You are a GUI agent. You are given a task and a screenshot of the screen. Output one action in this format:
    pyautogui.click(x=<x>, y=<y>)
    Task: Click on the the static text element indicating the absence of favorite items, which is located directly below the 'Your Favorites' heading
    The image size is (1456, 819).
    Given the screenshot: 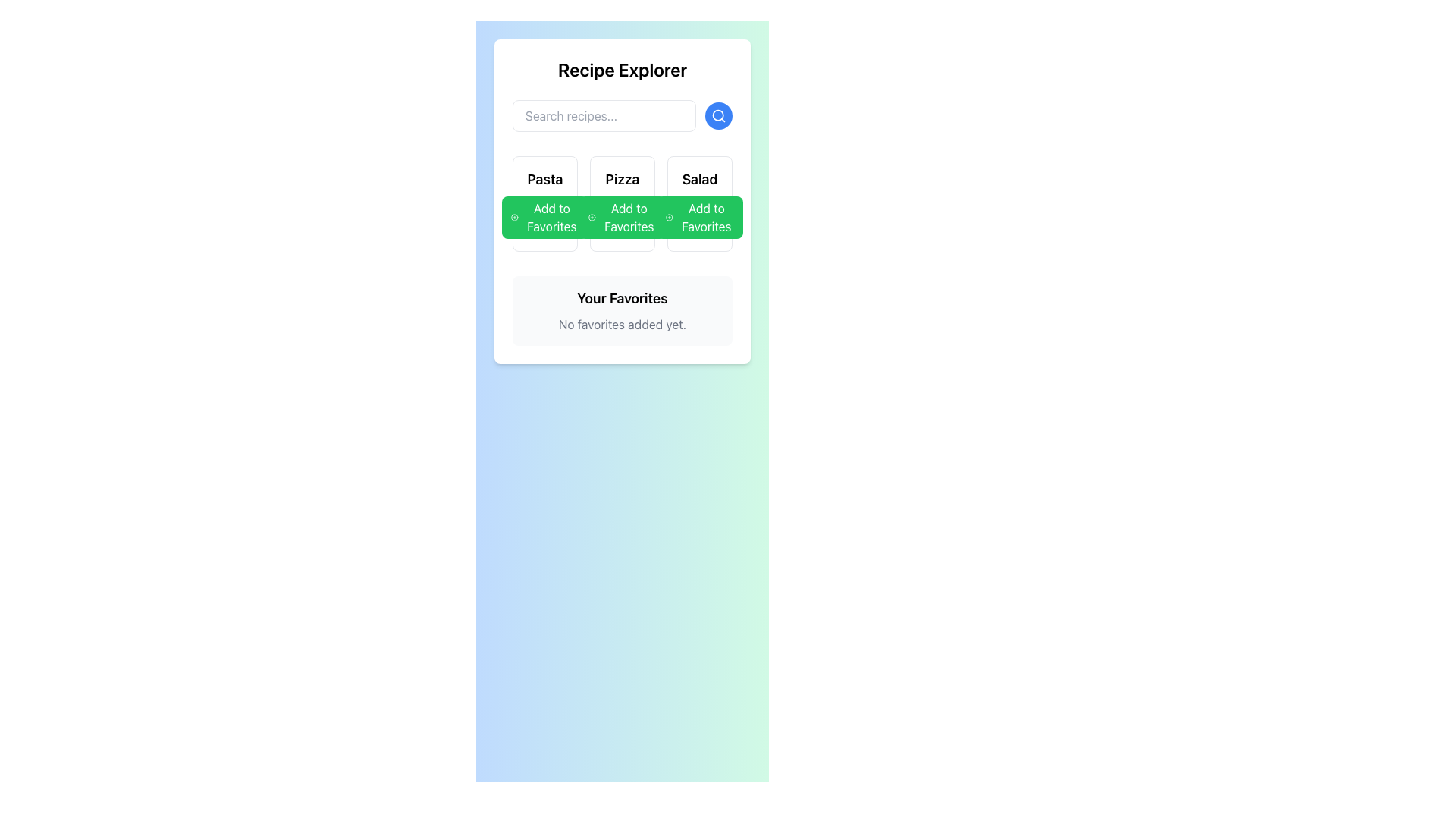 What is the action you would take?
    pyautogui.click(x=622, y=324)
    